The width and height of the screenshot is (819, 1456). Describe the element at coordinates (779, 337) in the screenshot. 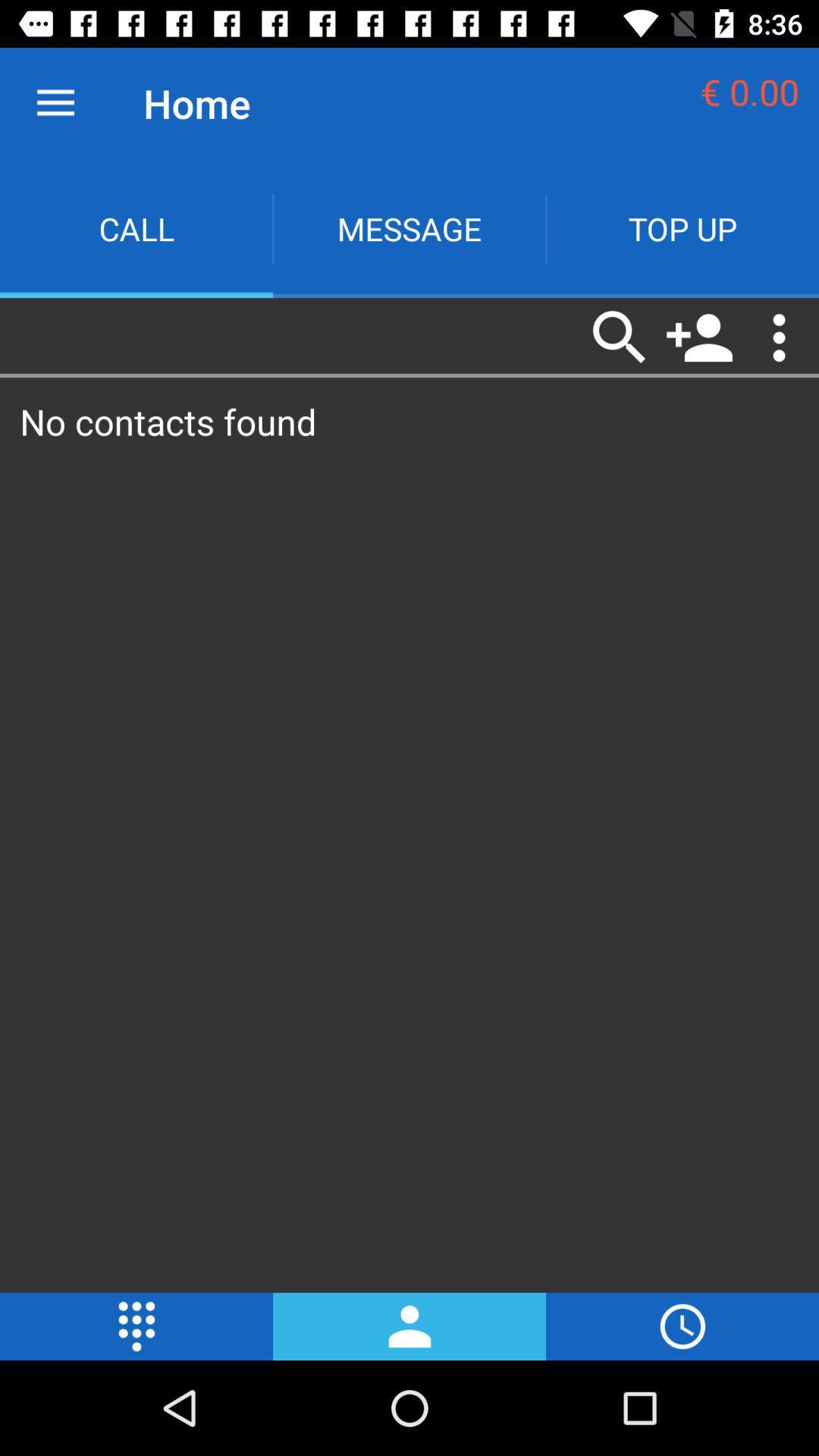

I see `the more icon` at that location.